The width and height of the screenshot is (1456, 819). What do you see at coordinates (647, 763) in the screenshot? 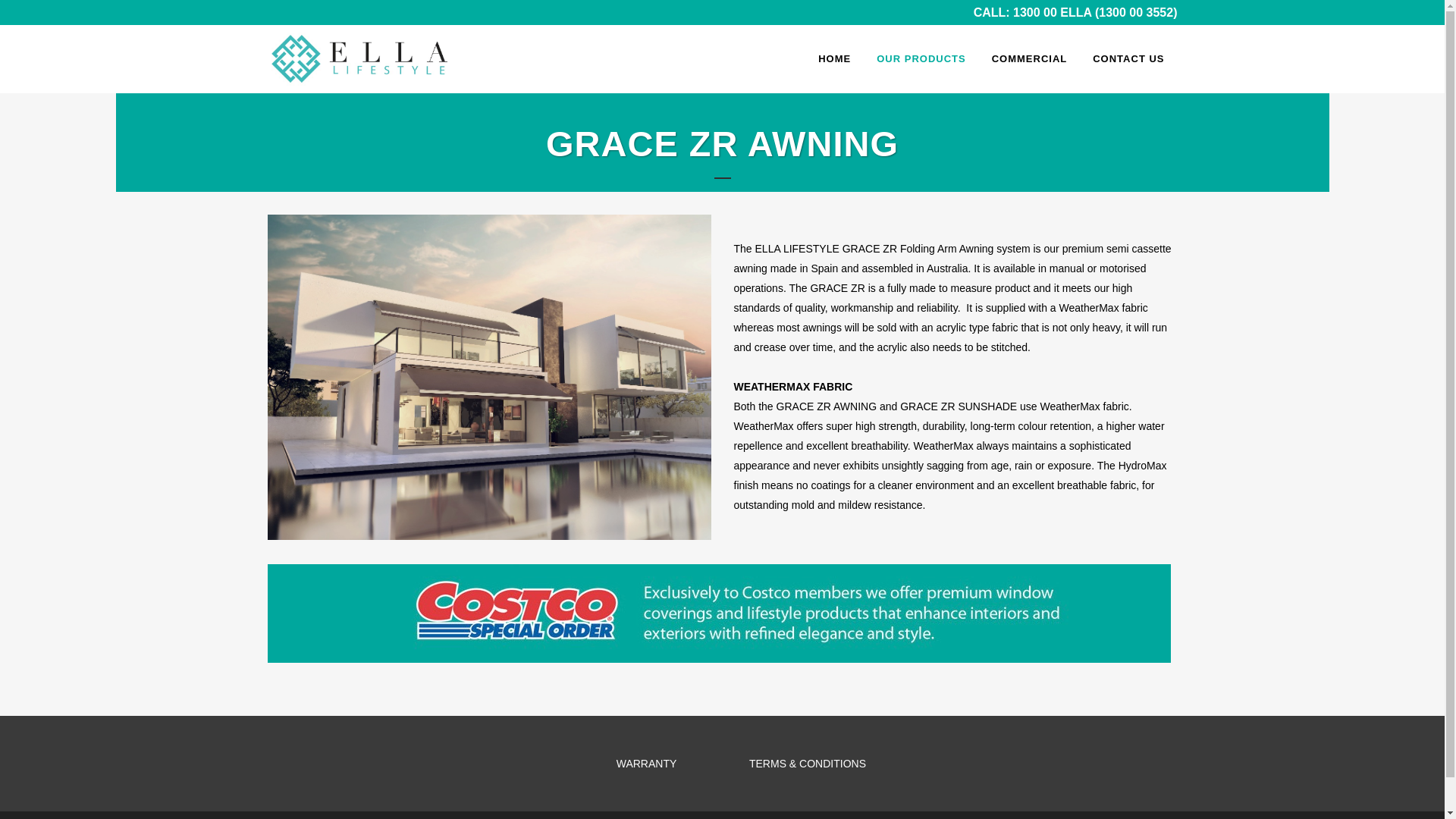
I see `'WARRANTY'` at bounding box center [647, 763].